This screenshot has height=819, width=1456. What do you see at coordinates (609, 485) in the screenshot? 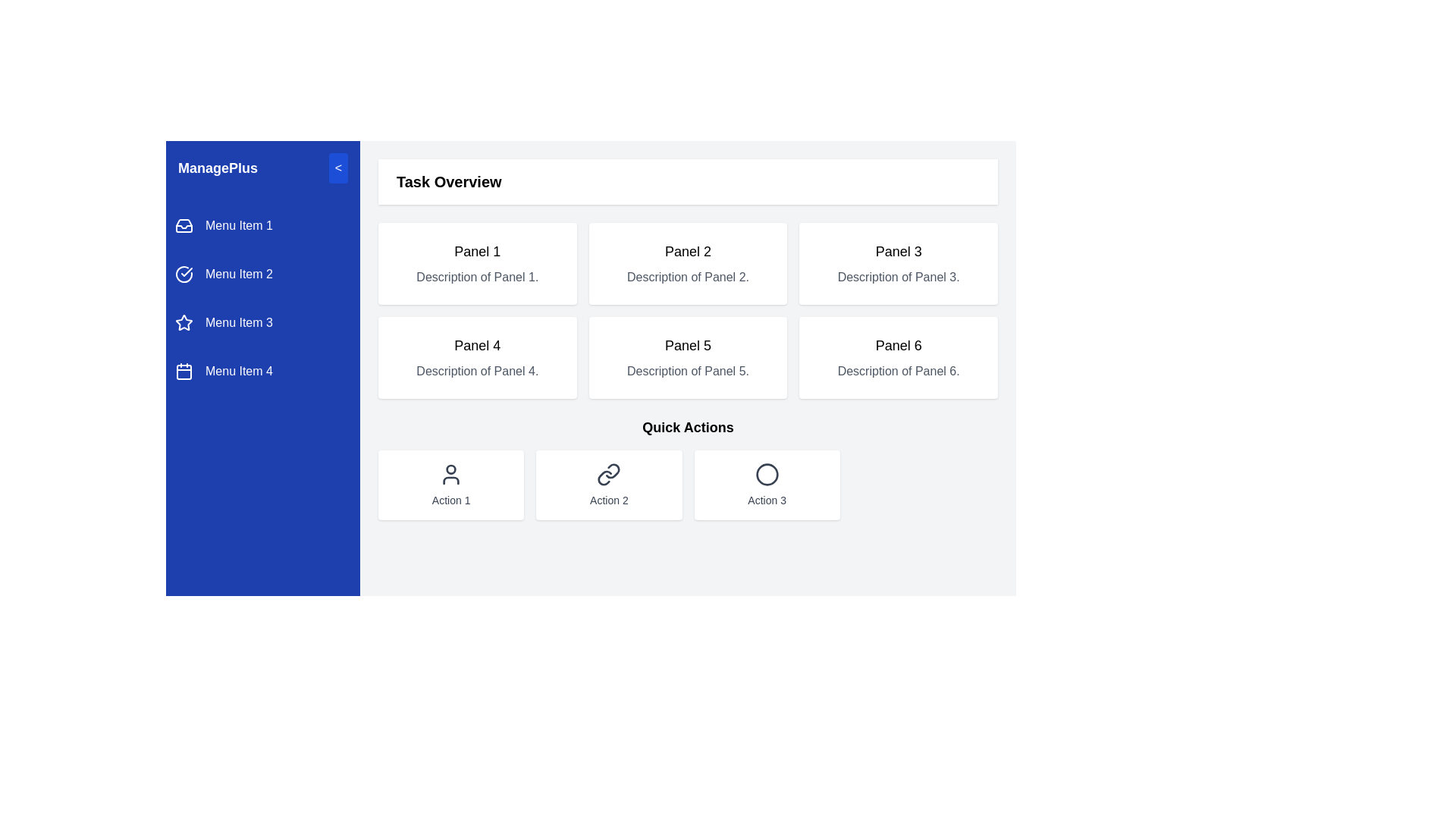
I see `the button located in the center of the 'Quick Actions' section` at bounding box center [609, 485].